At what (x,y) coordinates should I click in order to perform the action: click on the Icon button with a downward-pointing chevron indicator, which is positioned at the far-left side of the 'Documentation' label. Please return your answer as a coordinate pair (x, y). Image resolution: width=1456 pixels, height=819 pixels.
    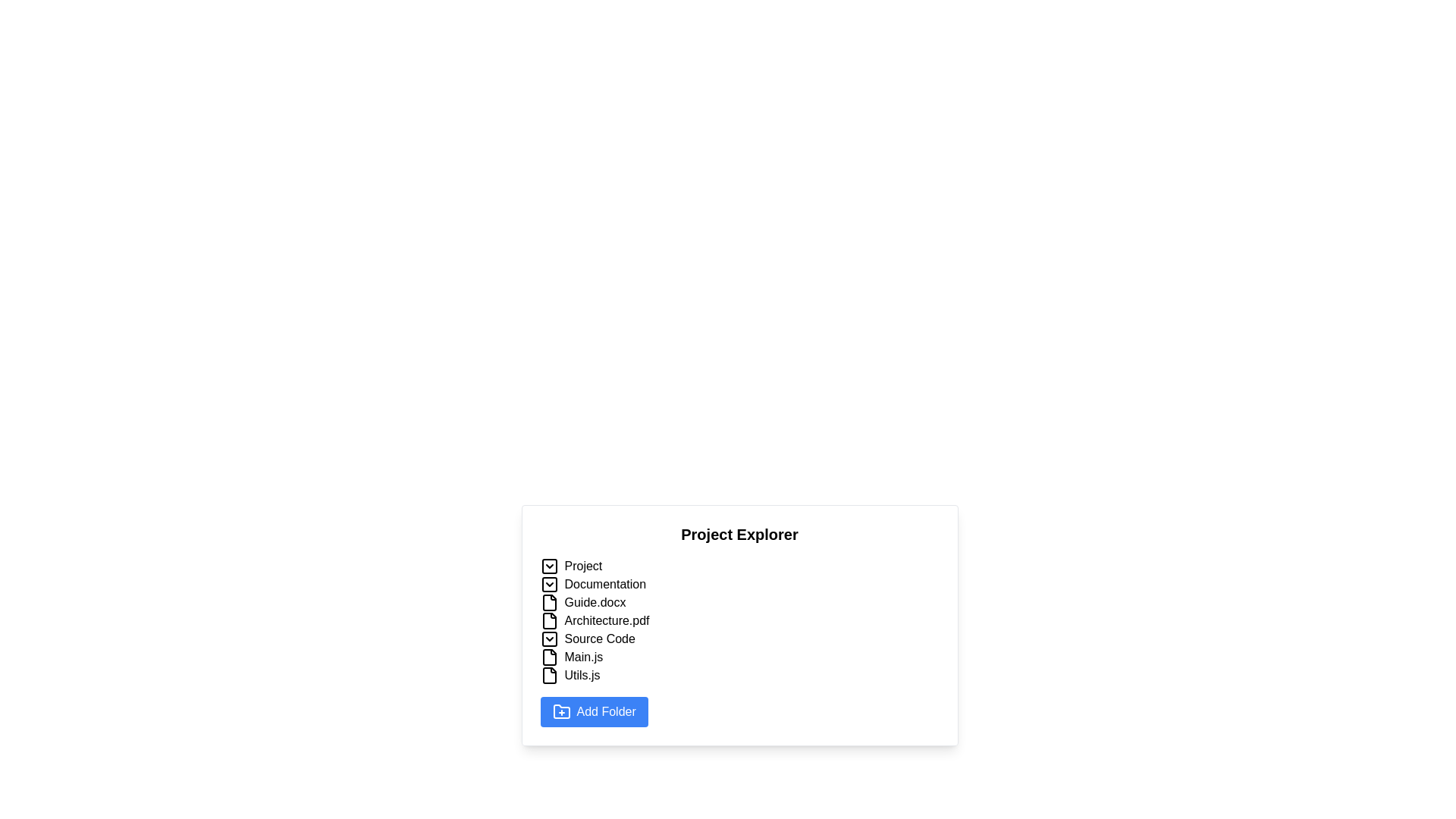
    Looking at the image, I should click on (548, 584).